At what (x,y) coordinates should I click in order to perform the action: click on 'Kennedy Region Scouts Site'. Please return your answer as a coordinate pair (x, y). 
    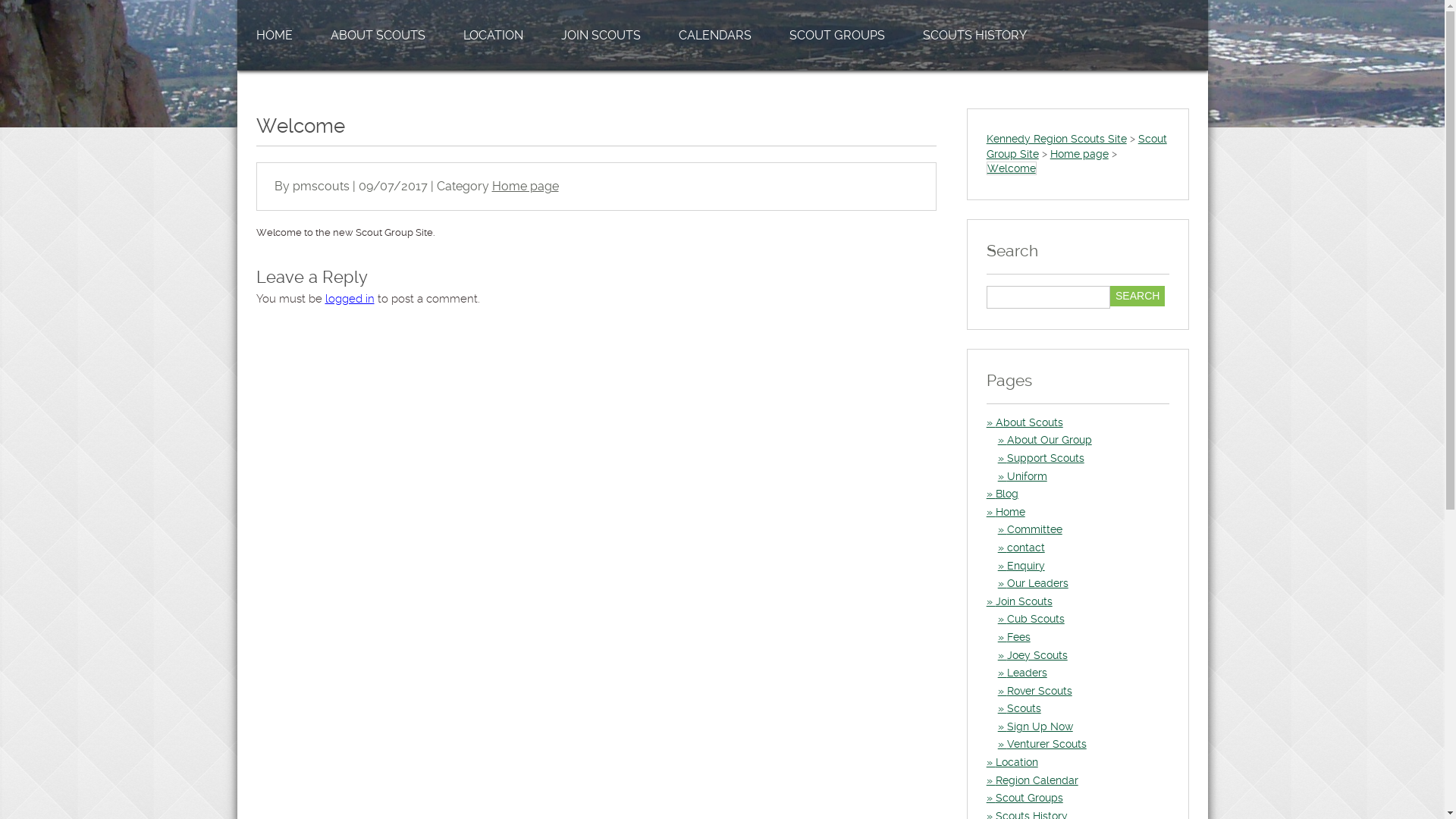
    Looking at the image, I should click on (1056, 138).